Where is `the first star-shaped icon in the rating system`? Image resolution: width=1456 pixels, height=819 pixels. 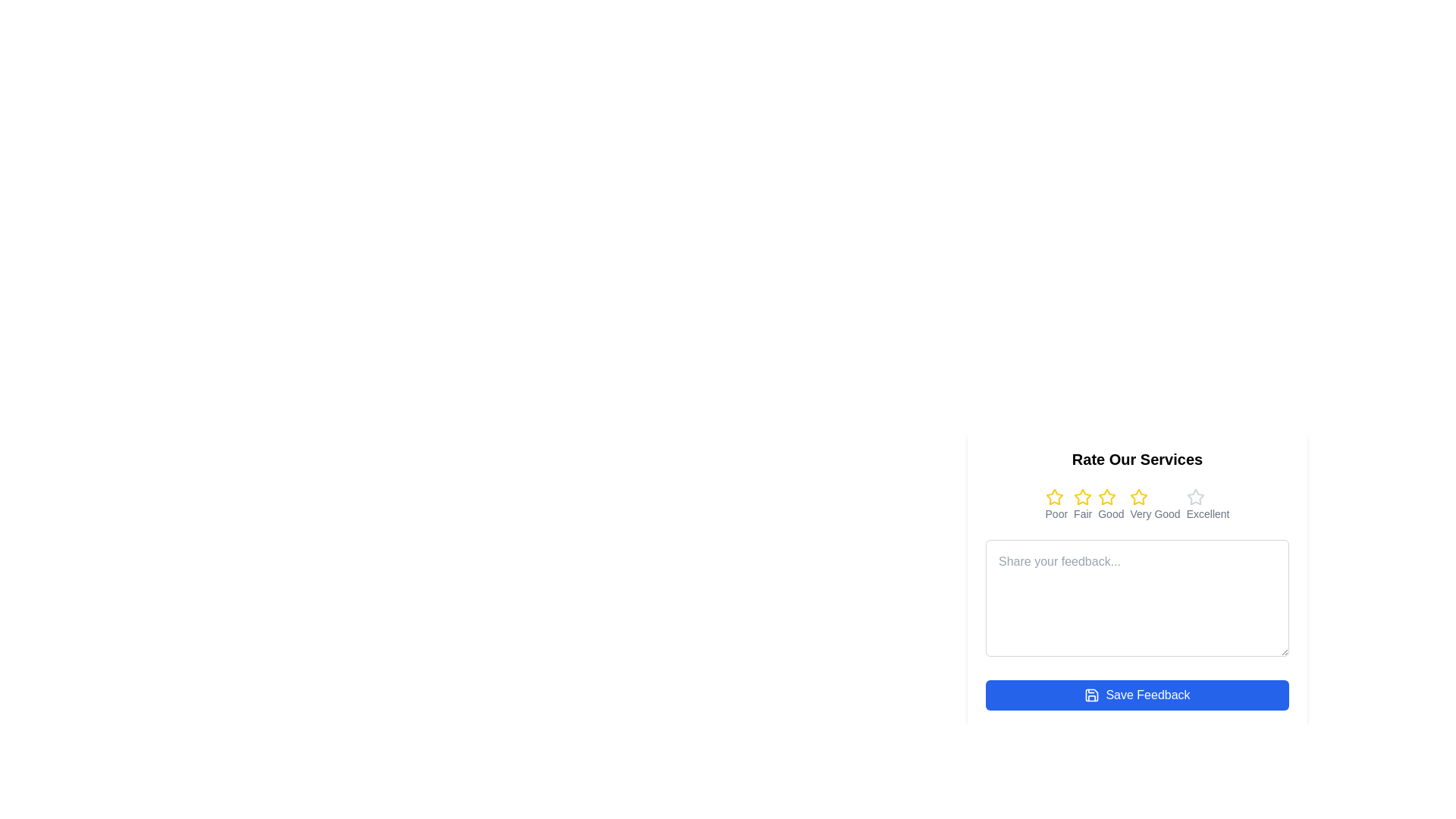
the first star-shaped icon in the rating system is located at coordinates (1053, 497).